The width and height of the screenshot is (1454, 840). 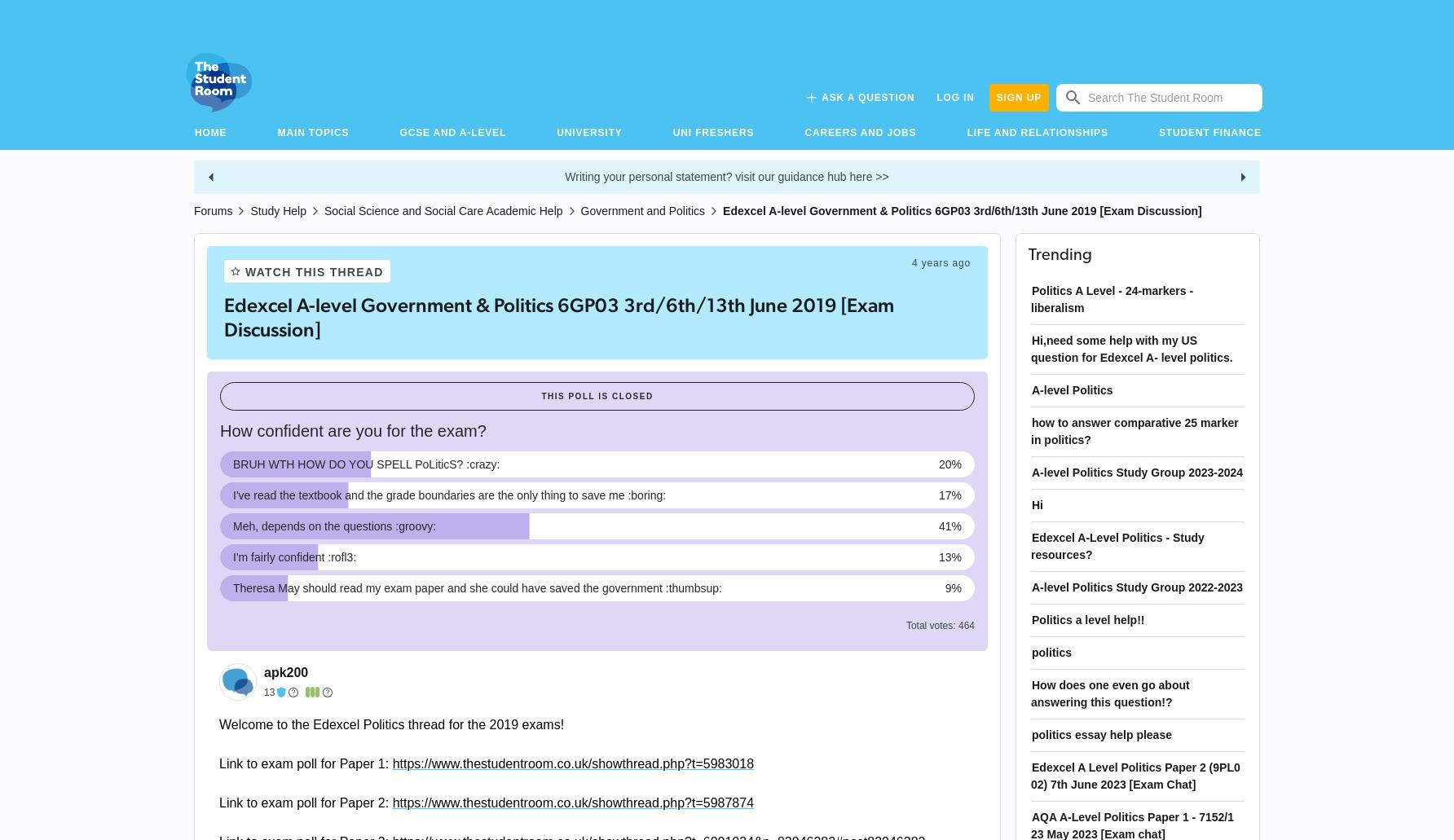 What do you see at coordinates (573, 802) in the screenshot?
I see `'https://www.thestudentroom.co.uk/showthread.php?t=5987874'` at bounding box center [573, 802].